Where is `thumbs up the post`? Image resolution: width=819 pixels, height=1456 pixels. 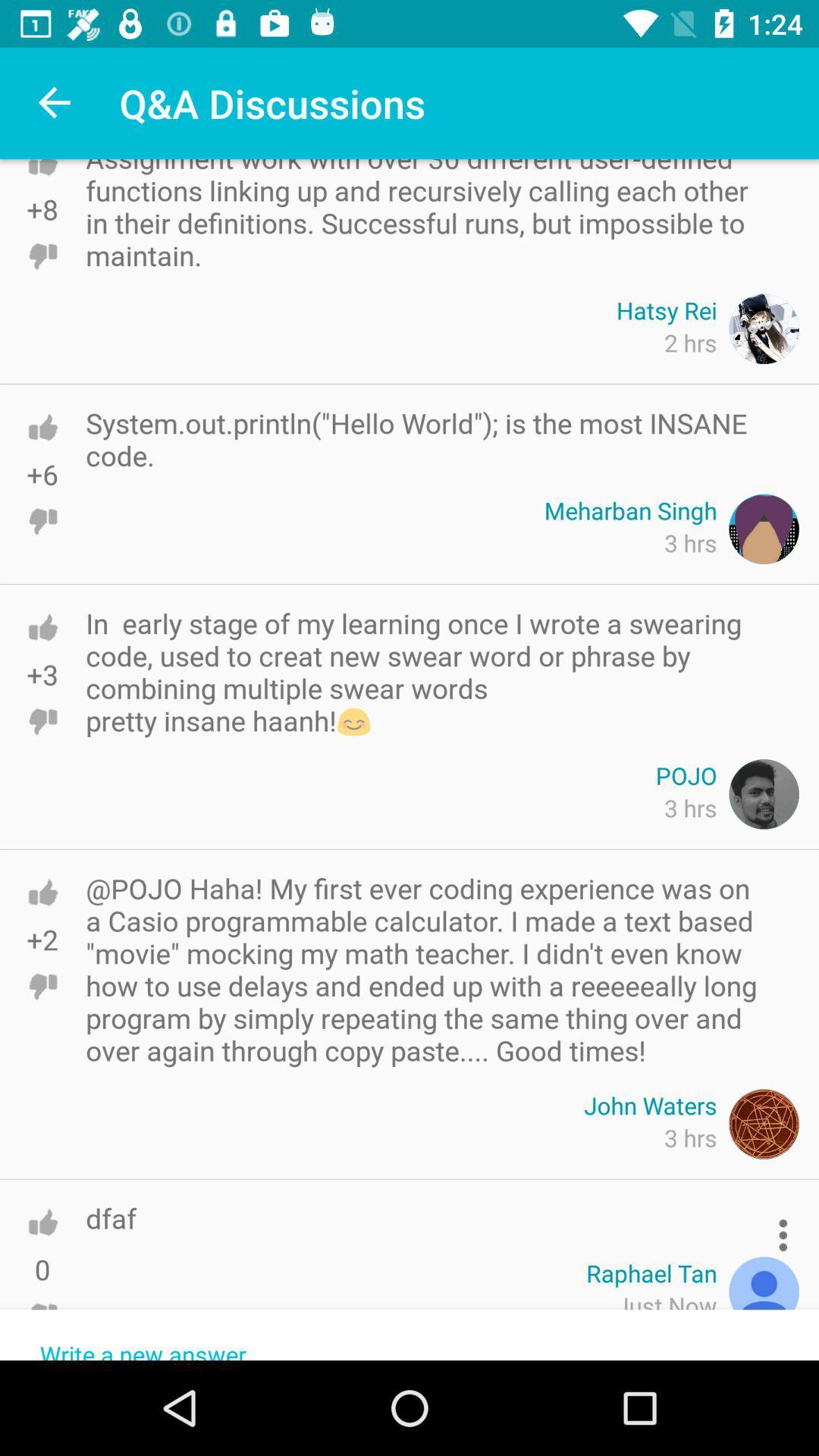 thumbs up the post is located at coordinates (42, 182).